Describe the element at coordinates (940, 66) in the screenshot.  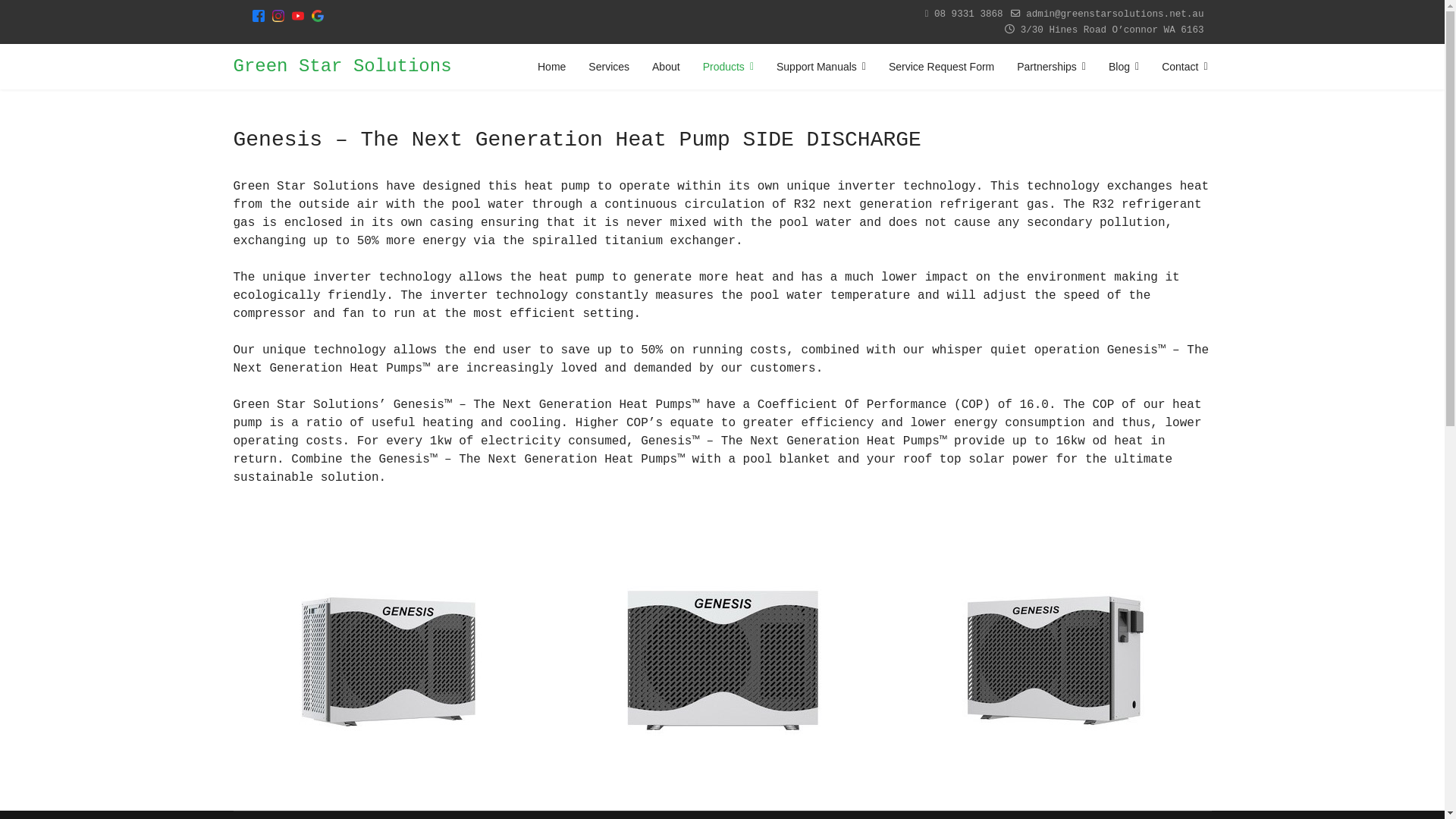
I see `'Service Request Form'` at that location.